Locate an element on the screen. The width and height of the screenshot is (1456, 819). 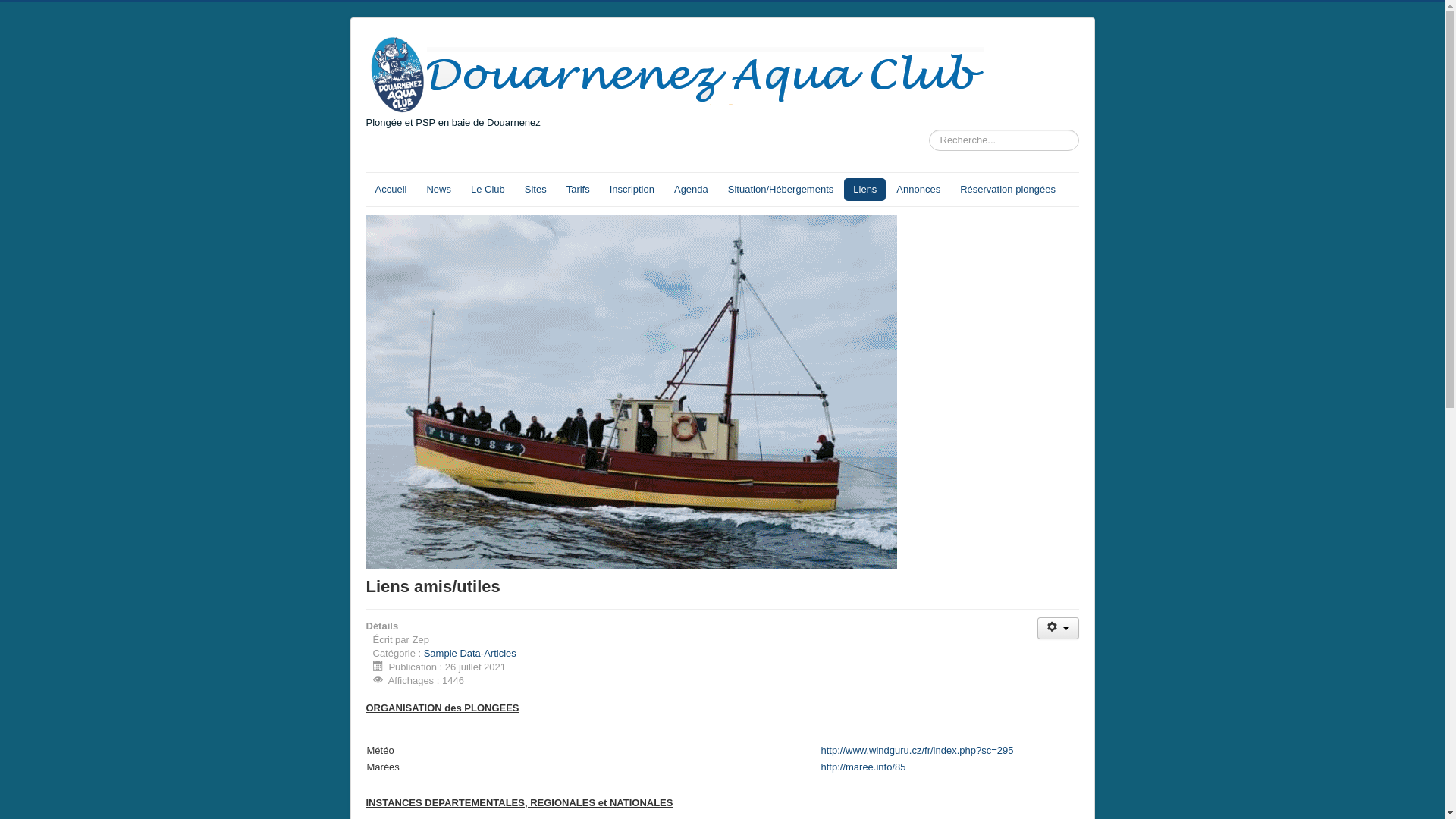
'Annonces' is located at coordinates (887, 189).